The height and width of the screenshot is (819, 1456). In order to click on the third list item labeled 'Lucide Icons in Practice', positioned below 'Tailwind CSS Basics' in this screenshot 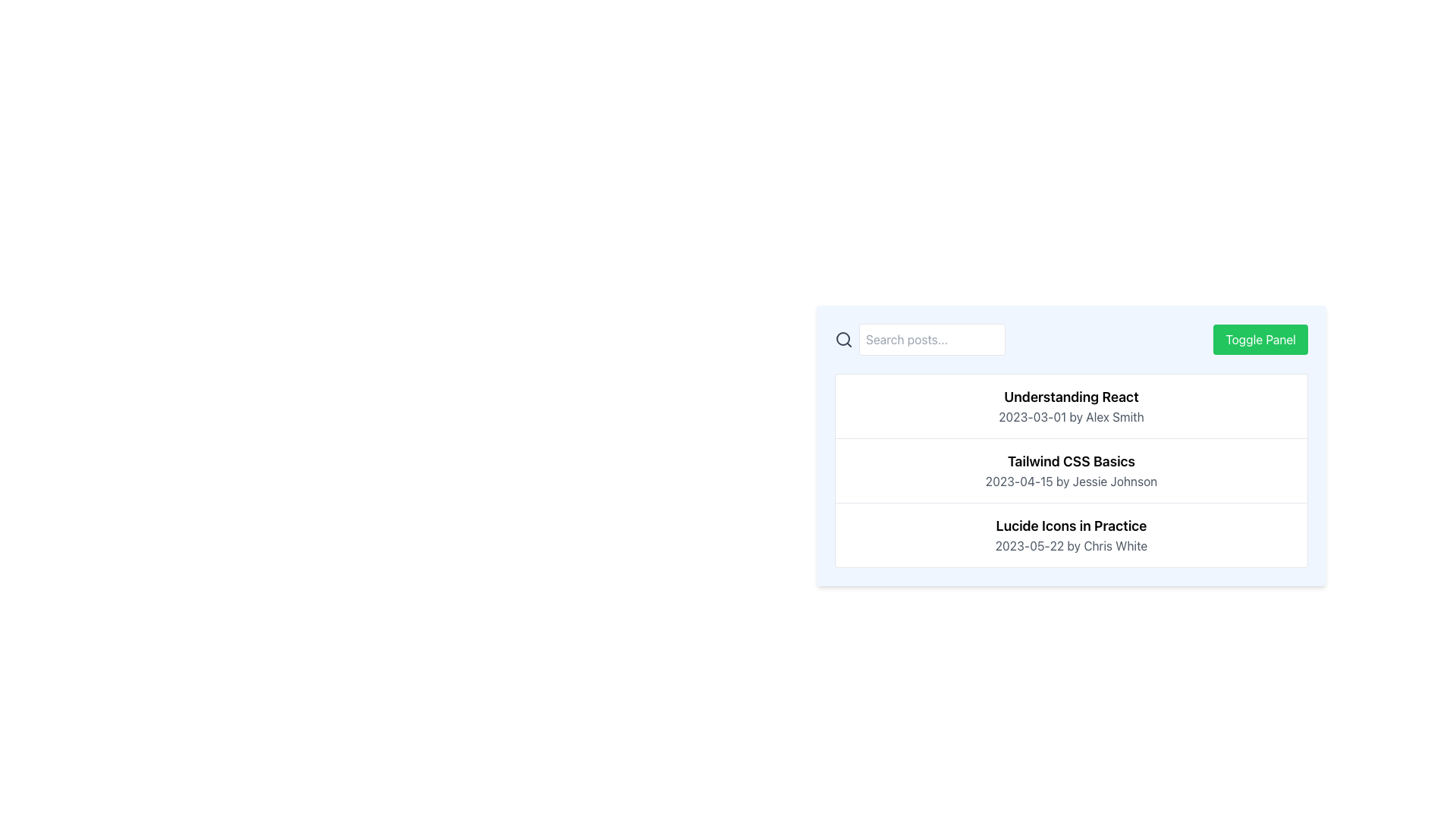, I will do `click(1070, 534)`.